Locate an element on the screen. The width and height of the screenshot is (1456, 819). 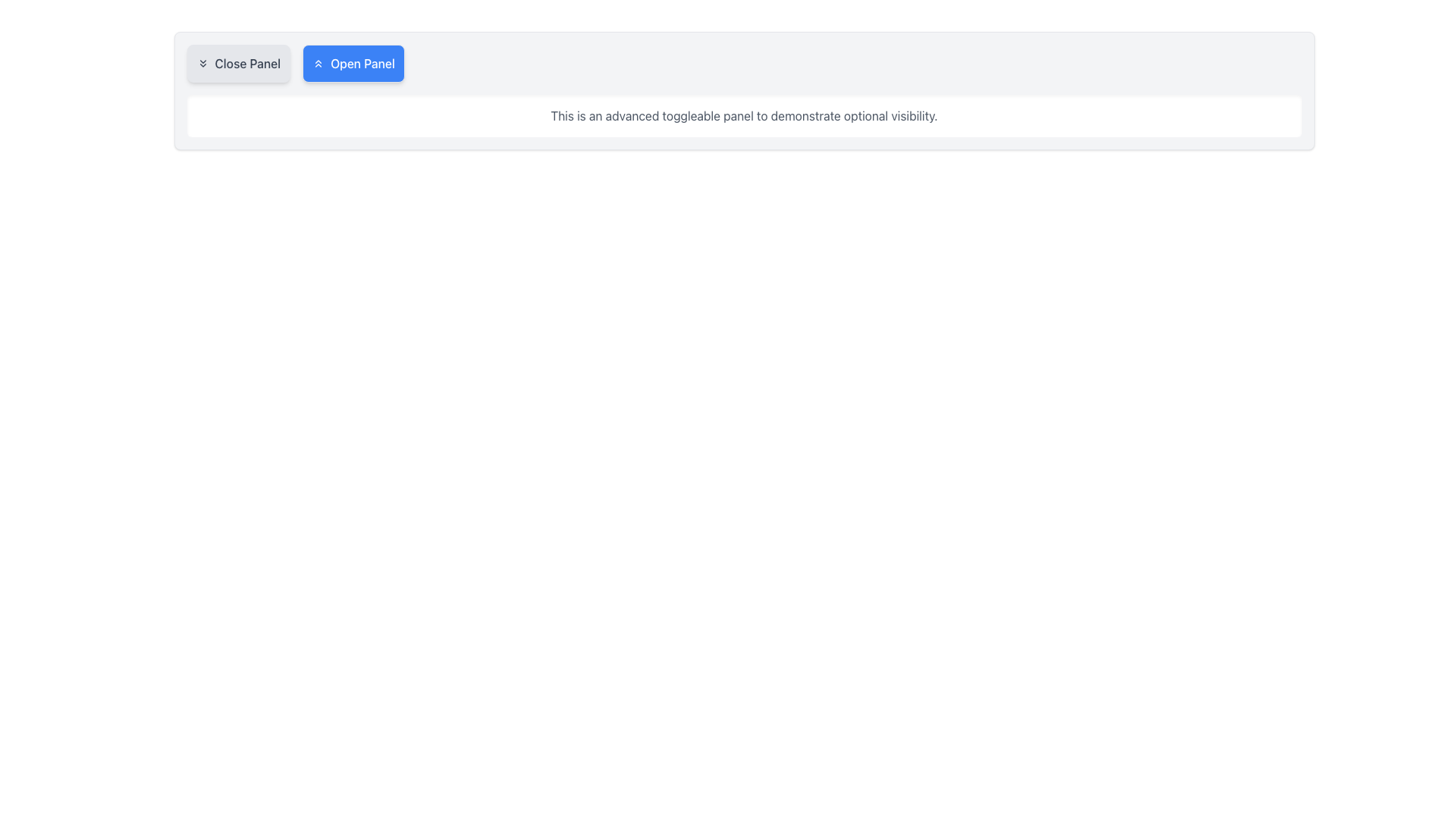
content displayed in the Text Panel, which is a rectangular panel with a white background and rounded corners, containing the text 'This is an advanced toggleable panel to demonstrate optional visibility.' is located at coordinates (744, 115).